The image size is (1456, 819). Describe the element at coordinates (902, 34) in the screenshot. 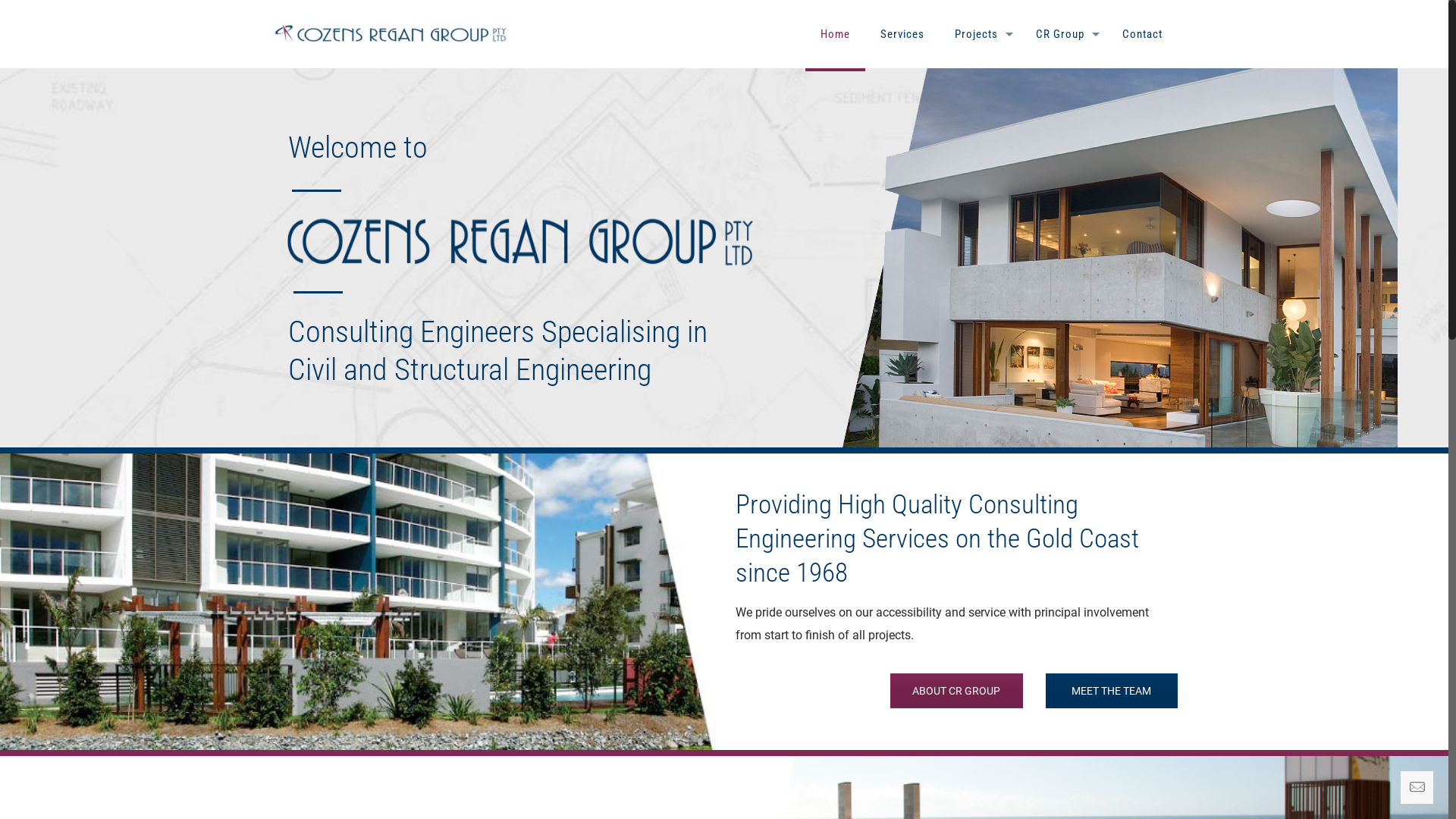

I see `'Services'` at that location.